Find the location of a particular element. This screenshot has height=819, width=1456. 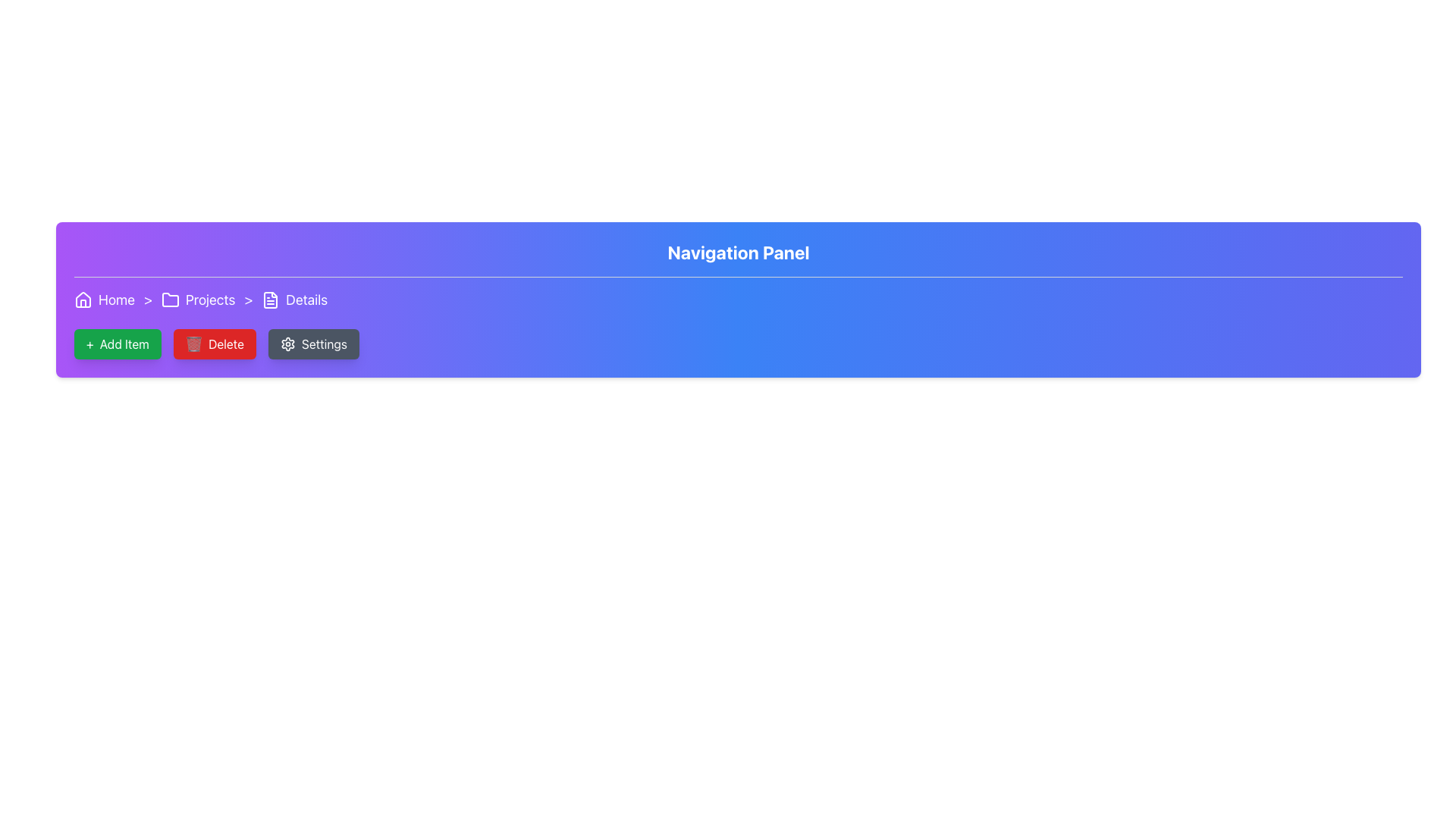

the delete button located between the green '+ Add Item' button and the gray 'Settings' button is located at coordinates (214, 344).